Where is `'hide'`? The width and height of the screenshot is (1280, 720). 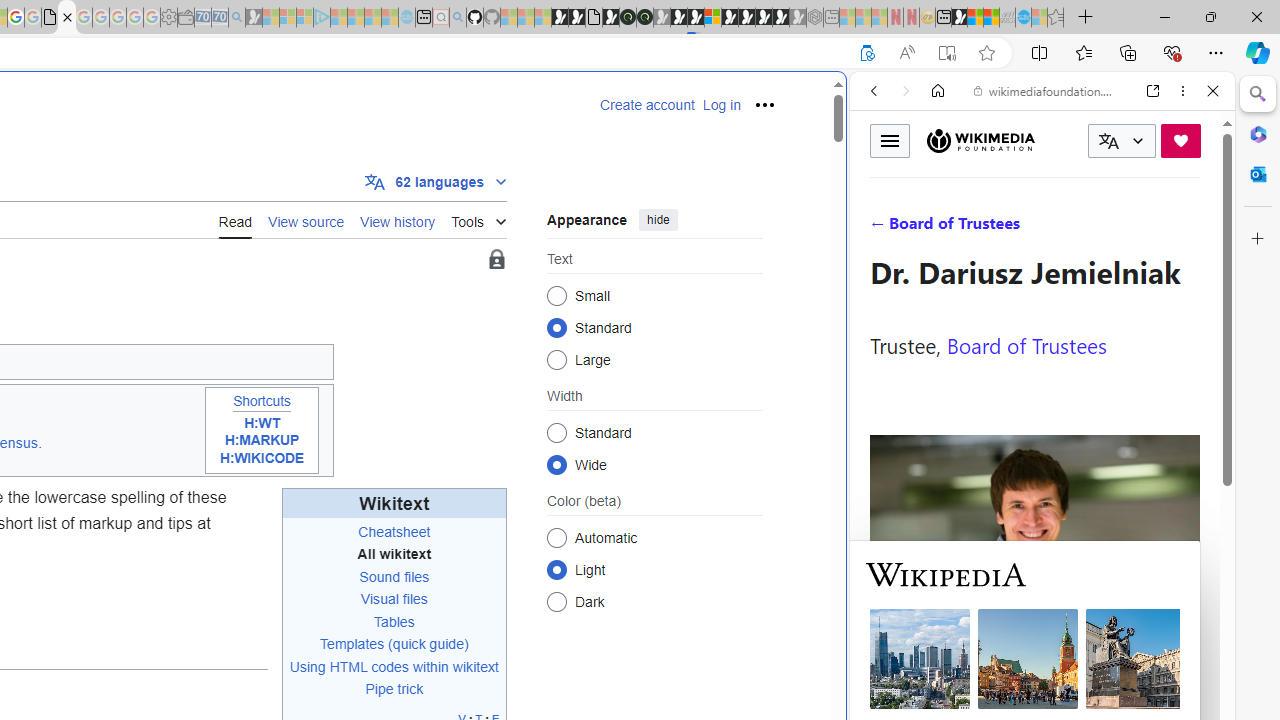
'hide' is located at coordinates (658, 219).